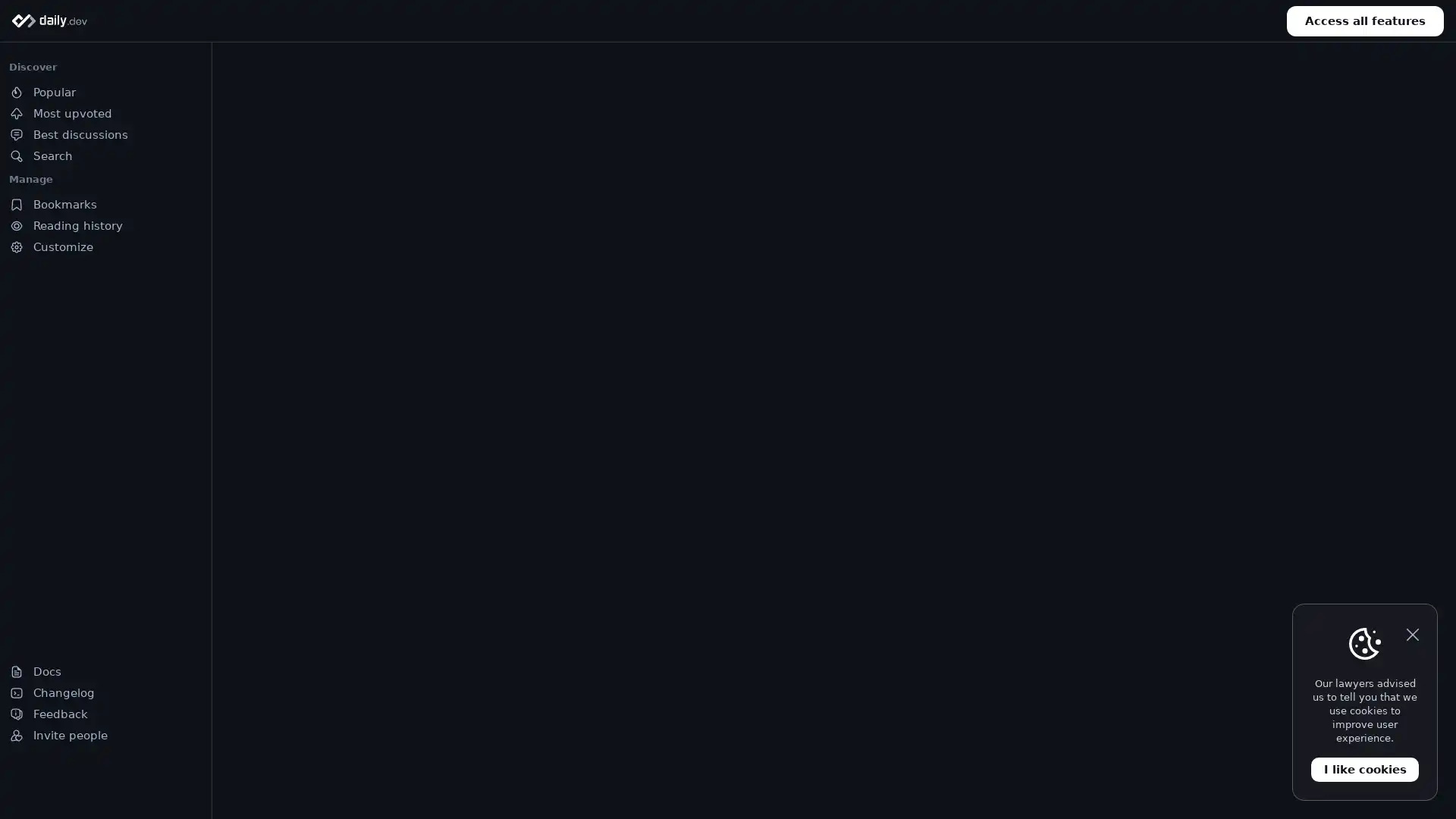 Image resolution: width=1456 pixels, height=819 pixels. What do you see at coordinates (1328, 491) in the screenshot?
I see `Options` at bounding box center [1328, 491].